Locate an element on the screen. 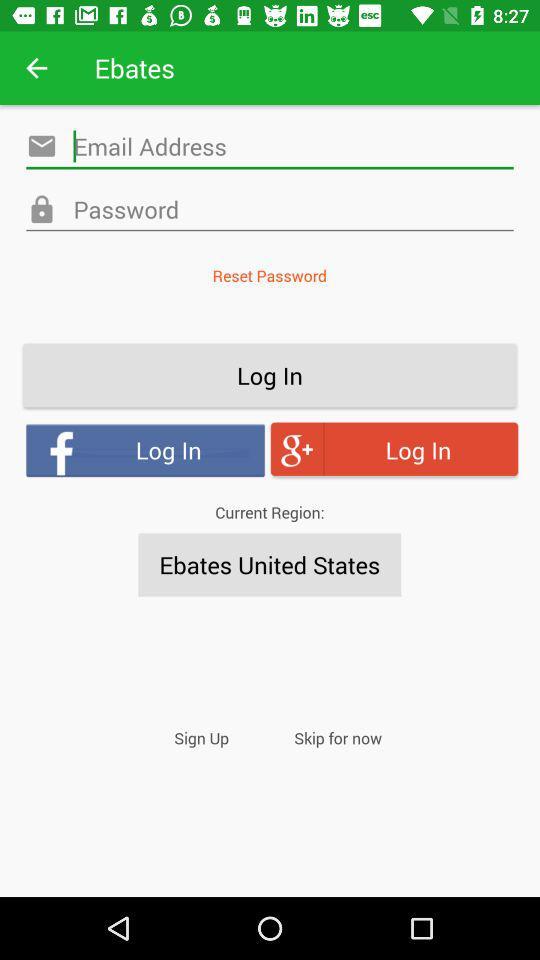 The width and height of the screenshot is (540, 960). the reset password item is located at coordinates (269, 274).